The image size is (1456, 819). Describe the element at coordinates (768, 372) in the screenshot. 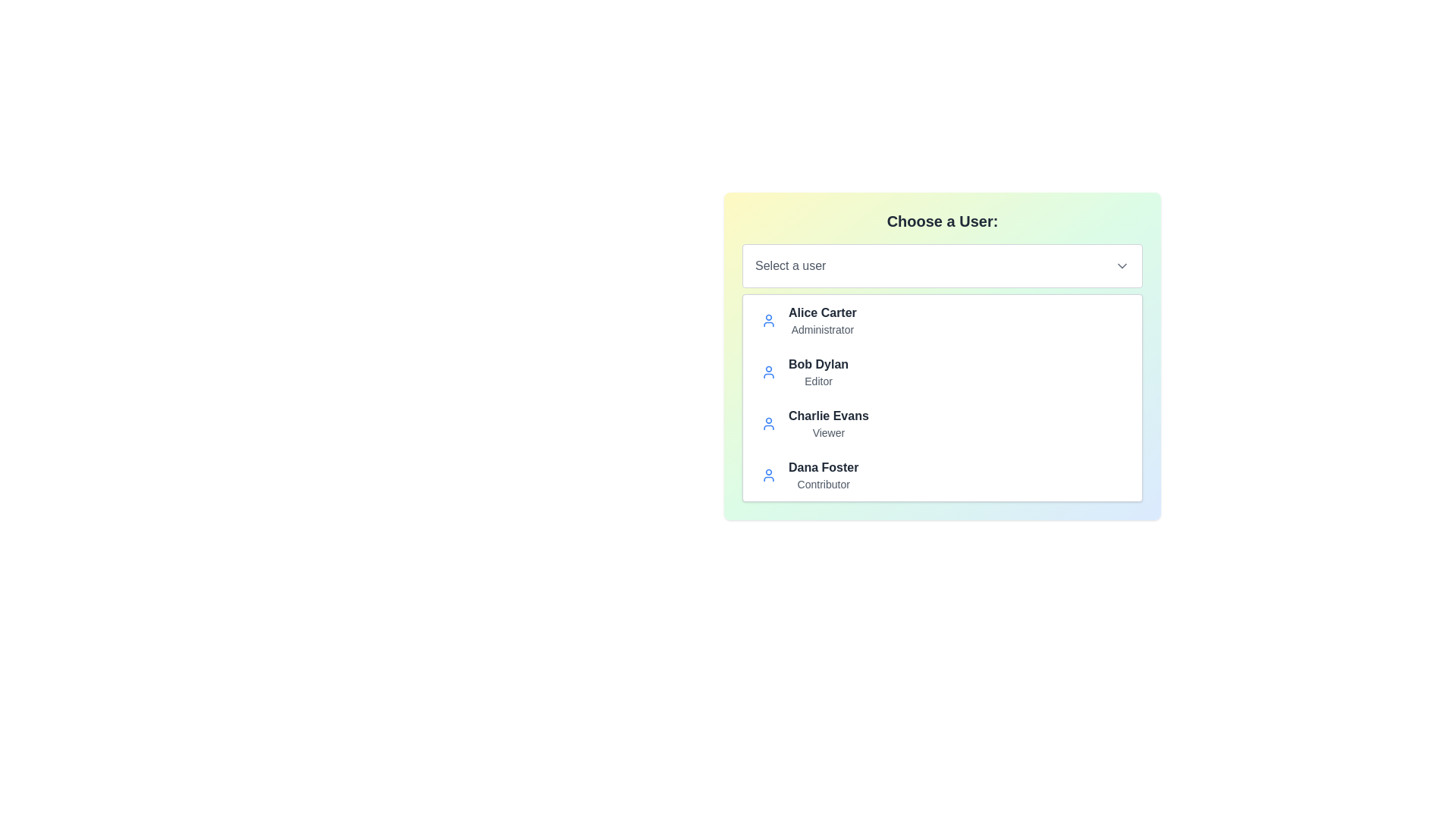

I see `the user silhouette icon styled in blue that is located to the left of the name 'Bob Dylan' in the user selection menu` at that location.